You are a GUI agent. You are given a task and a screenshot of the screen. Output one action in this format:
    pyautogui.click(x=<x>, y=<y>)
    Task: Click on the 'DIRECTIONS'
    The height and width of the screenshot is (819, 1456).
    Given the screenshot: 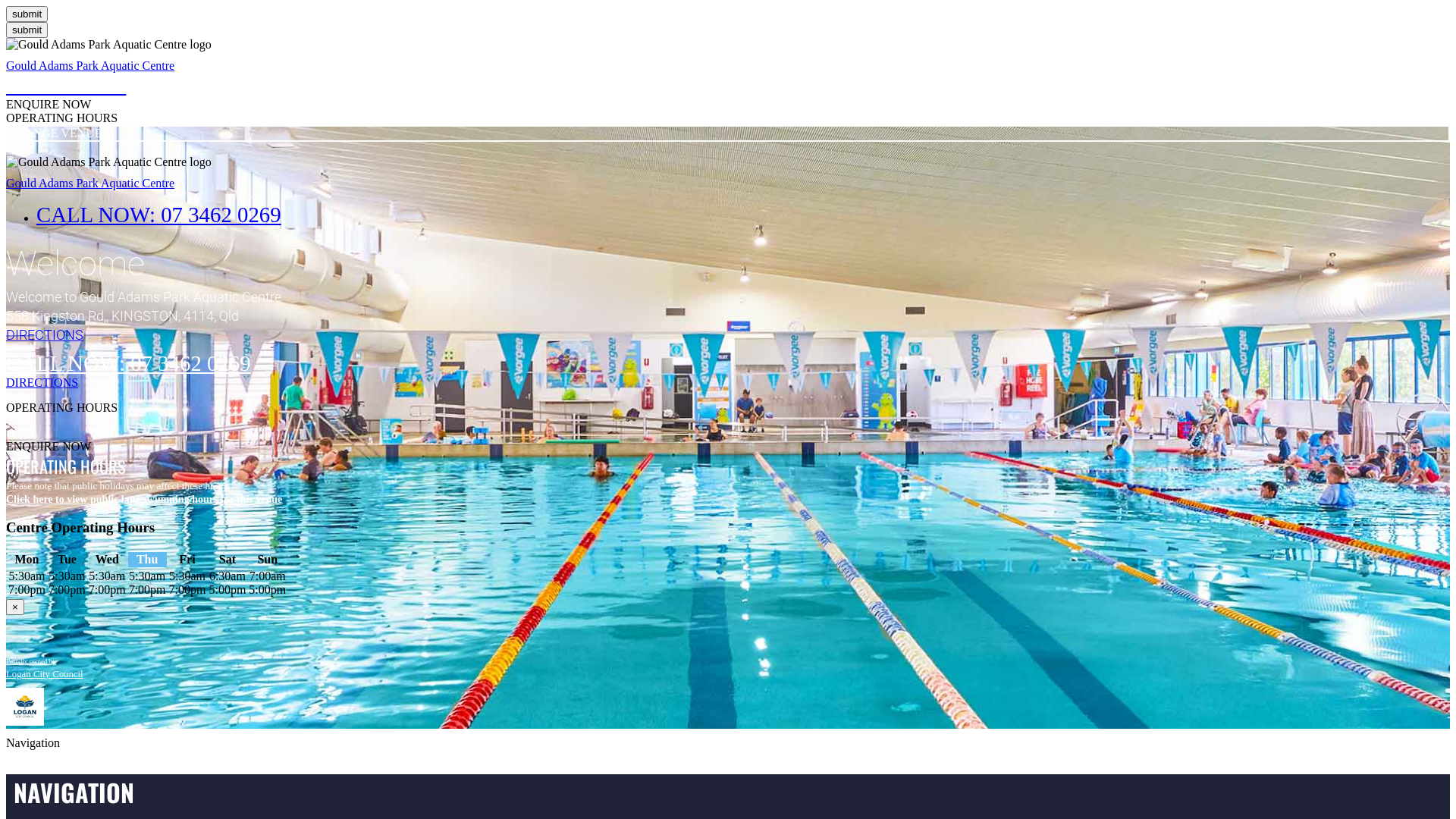 What is the action you would take?
    pyautogui.click(x=6, y=334)
    